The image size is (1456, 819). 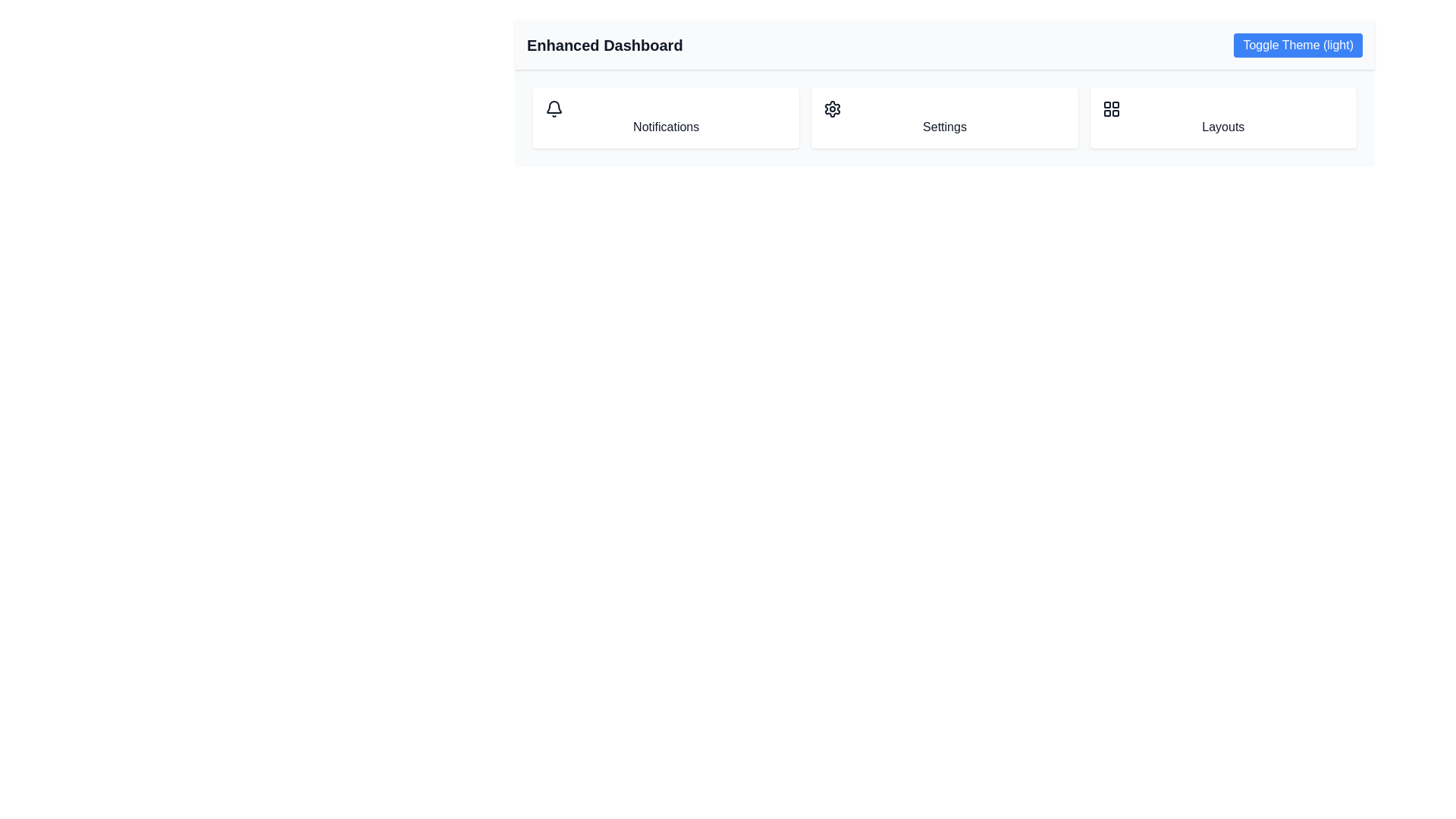 I want to click on the bell icon on the notification card located at the top-center of the interface, so click(x=553, y=108).